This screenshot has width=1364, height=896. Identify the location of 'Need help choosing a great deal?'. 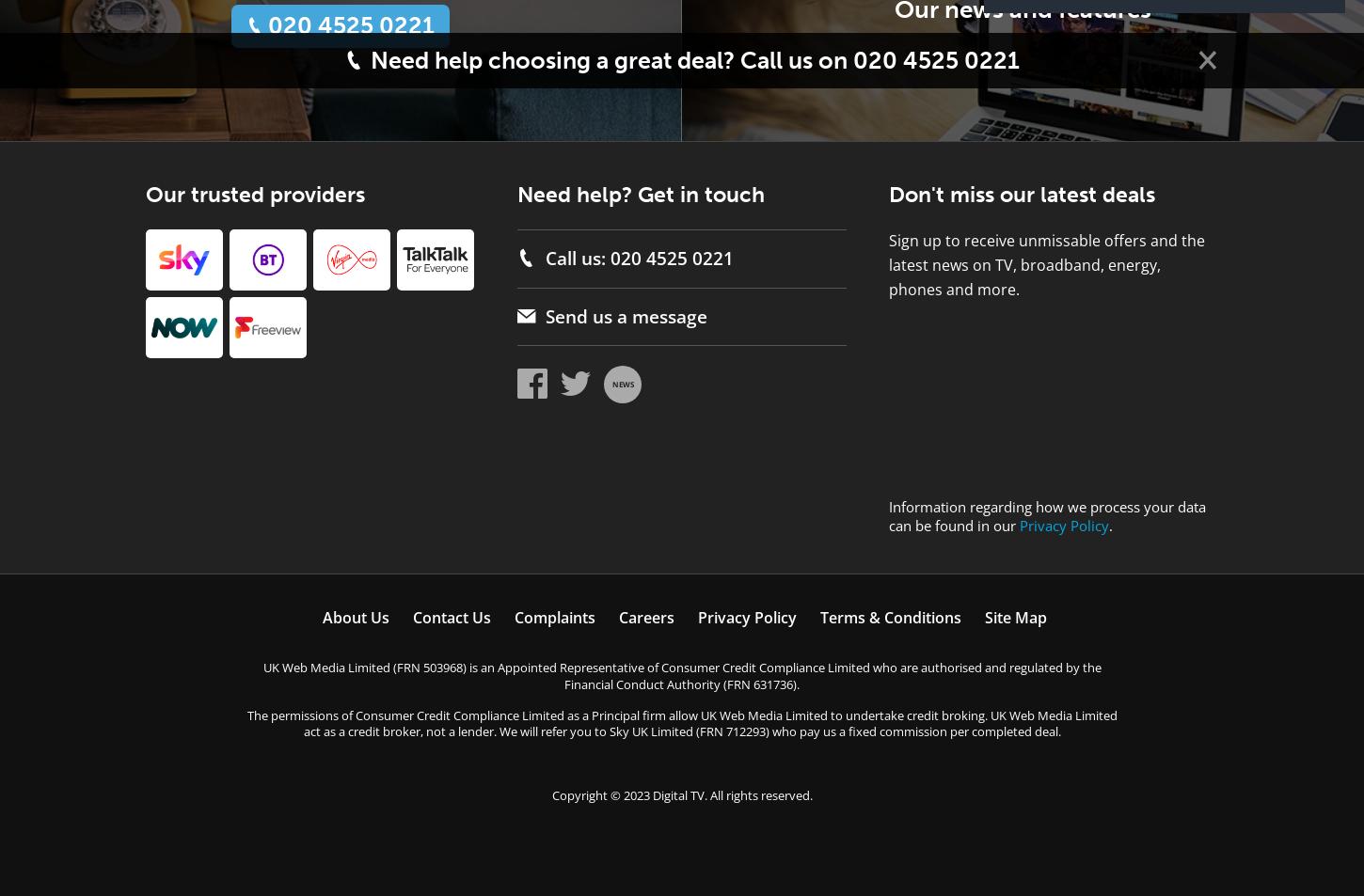
(552, 58).